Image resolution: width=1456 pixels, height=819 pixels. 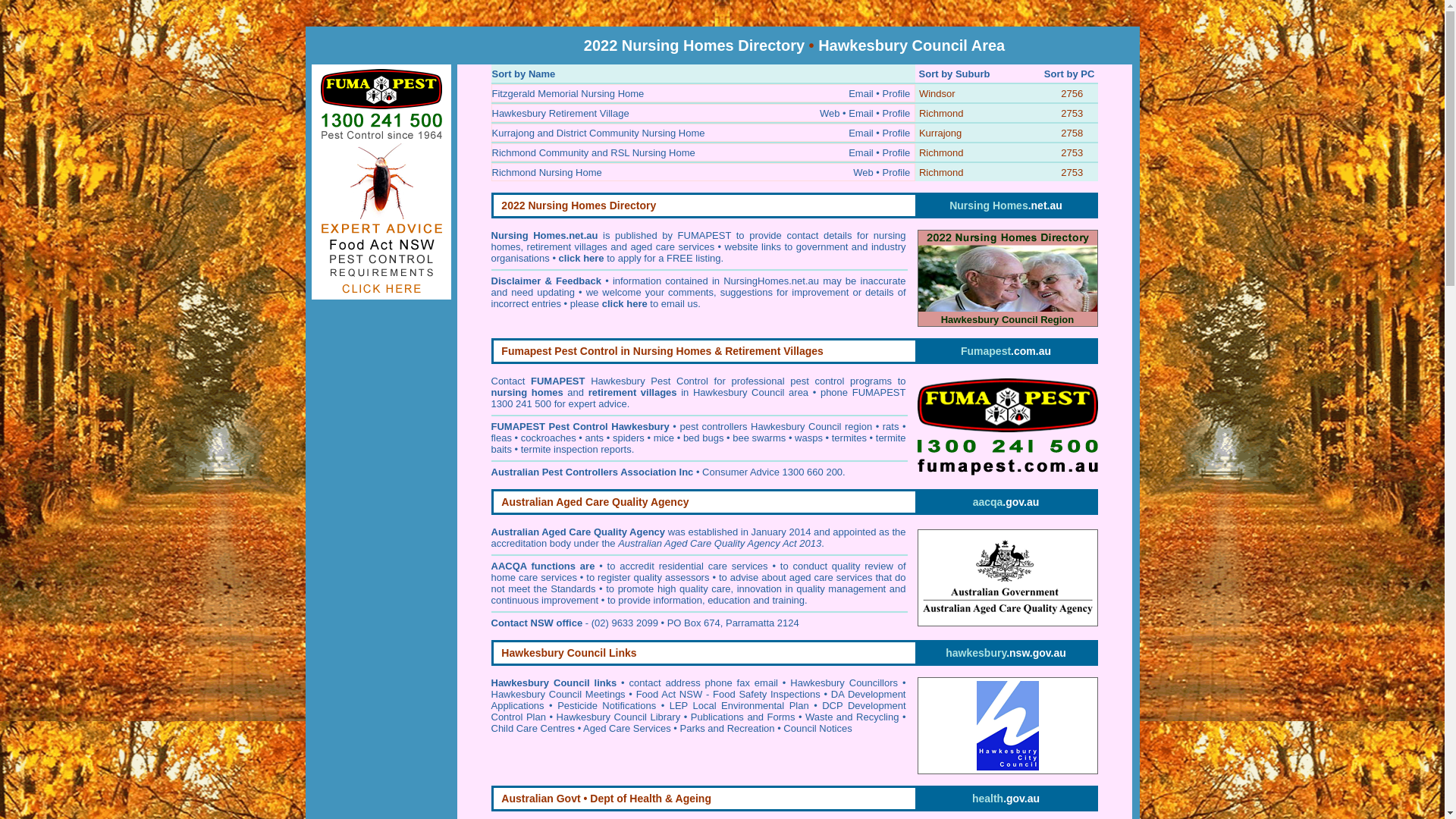 What do you see at coordinates (1006, 205) in the screenshot?
I see `'Nursing Homes.net.au'` at bounding box center [1006, 205].